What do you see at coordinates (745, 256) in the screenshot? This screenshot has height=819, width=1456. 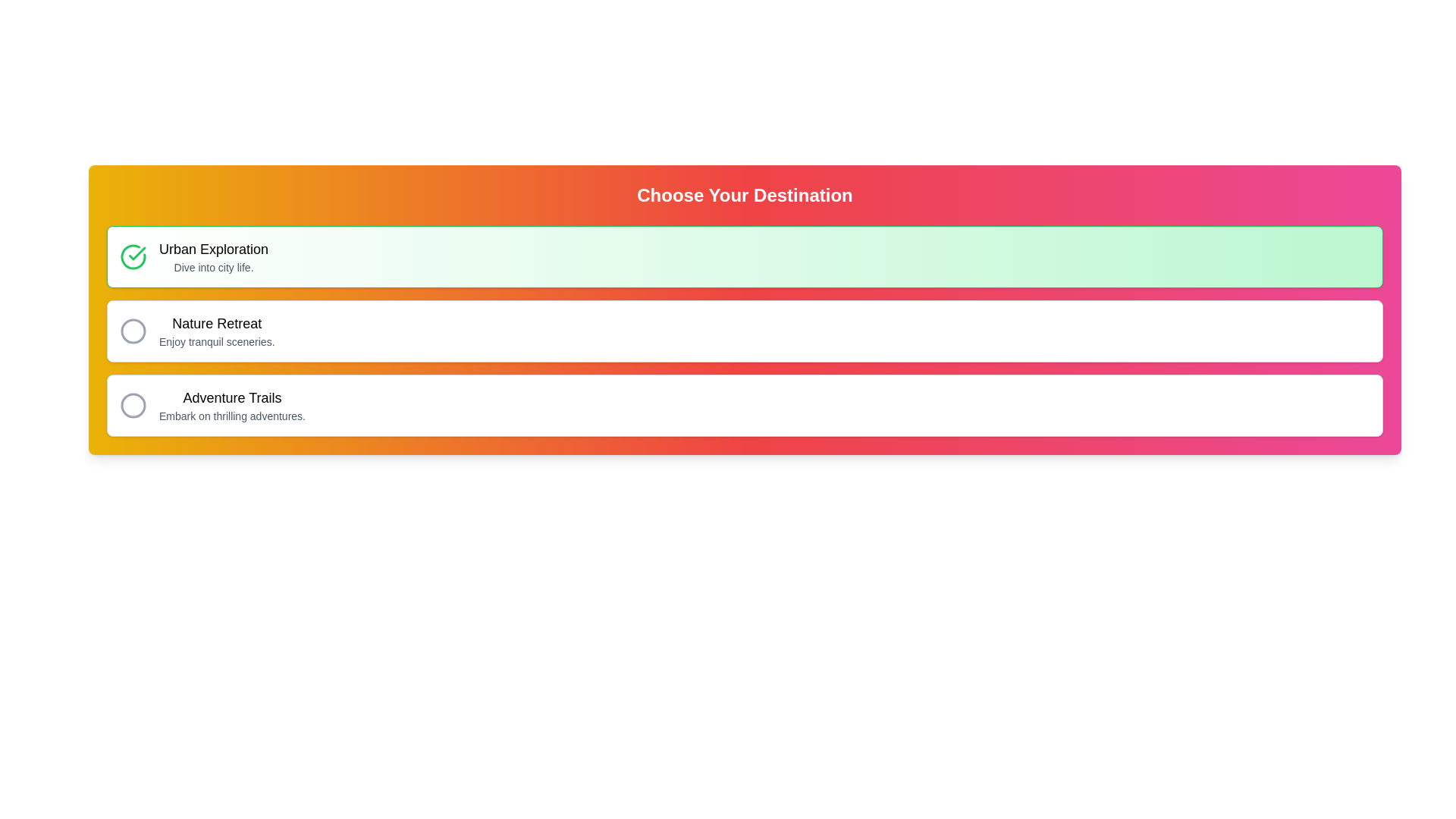 I see `the first selectable list item labeled 'Urban Exploration' with a green checkmark icon for interaction` at bounding box center [745, 256].